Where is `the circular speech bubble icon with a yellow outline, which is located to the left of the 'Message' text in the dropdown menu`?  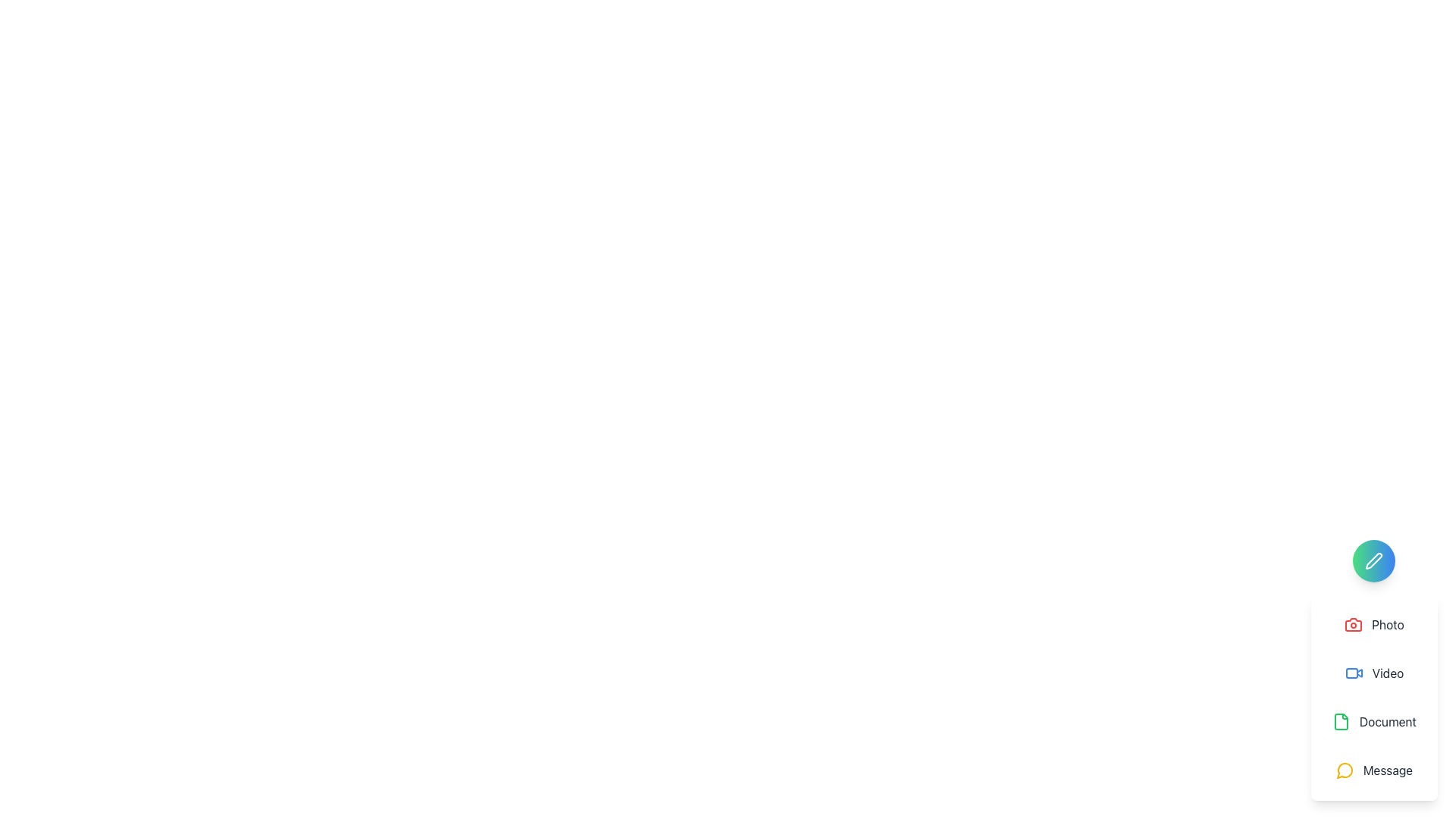 the circular speech bubble icon with a yellow outline, which is located to the left of the 'Message' text in the dropdown menu is located at coordinates (1345, 770).